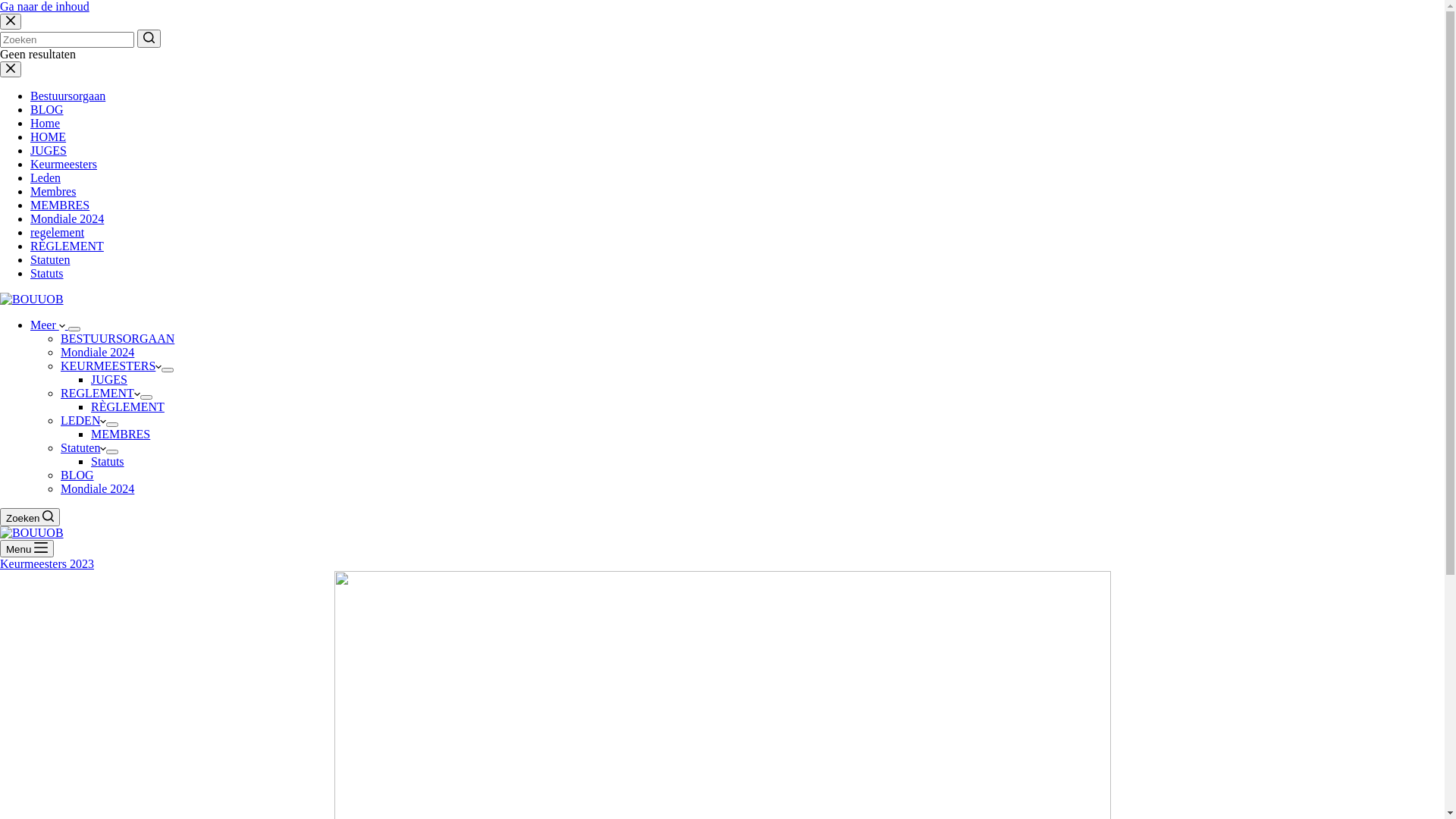 Image resolution: width=1456 pixels, height=819 pixels. What do you see at coordinates (45, 122) in the screenshot?
I see `'Home'` at bounding box center [45, 122].